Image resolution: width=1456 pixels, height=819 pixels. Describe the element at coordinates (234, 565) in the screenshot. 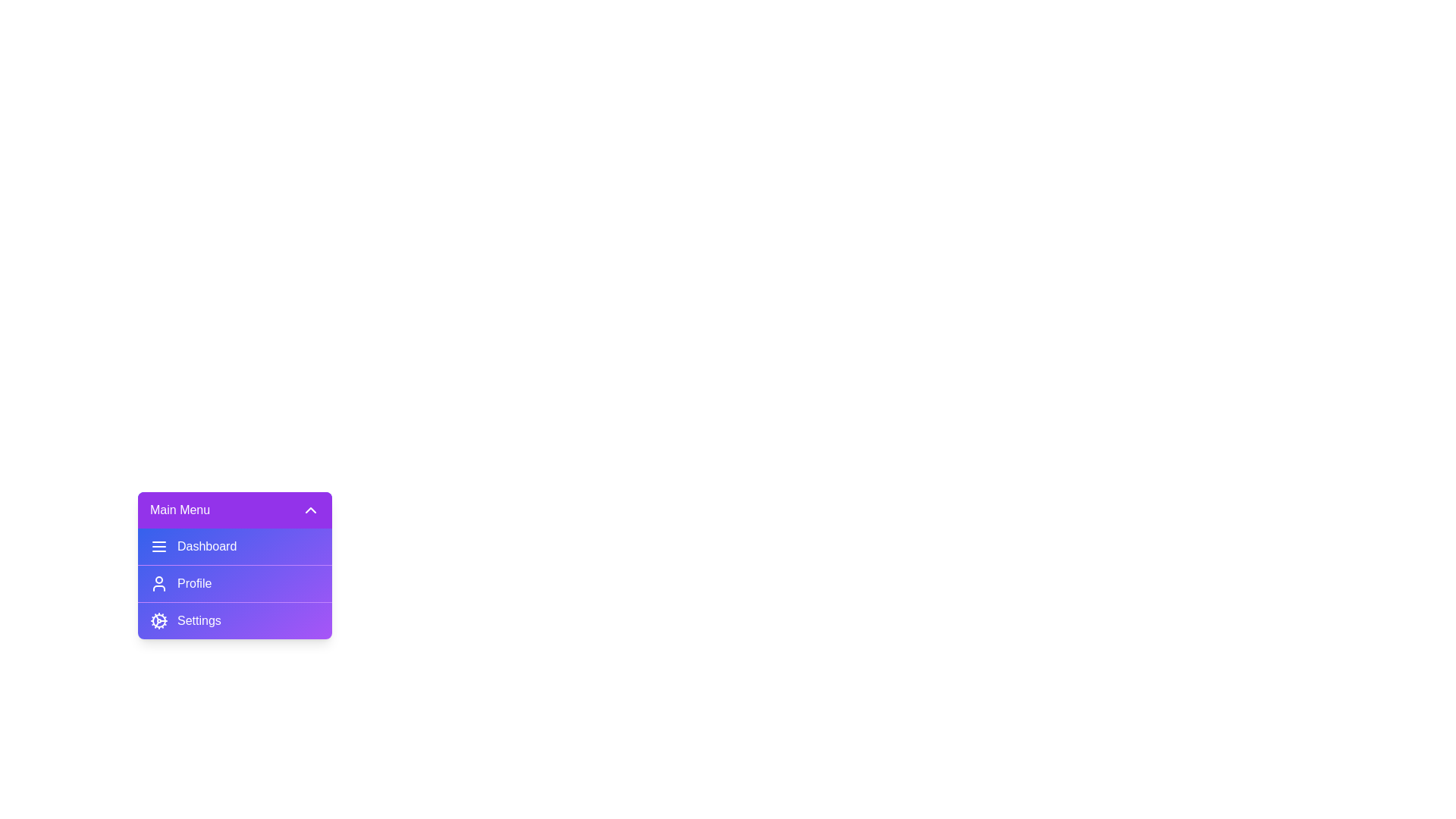

I see `the Dropdown Menu Widget` at that location.